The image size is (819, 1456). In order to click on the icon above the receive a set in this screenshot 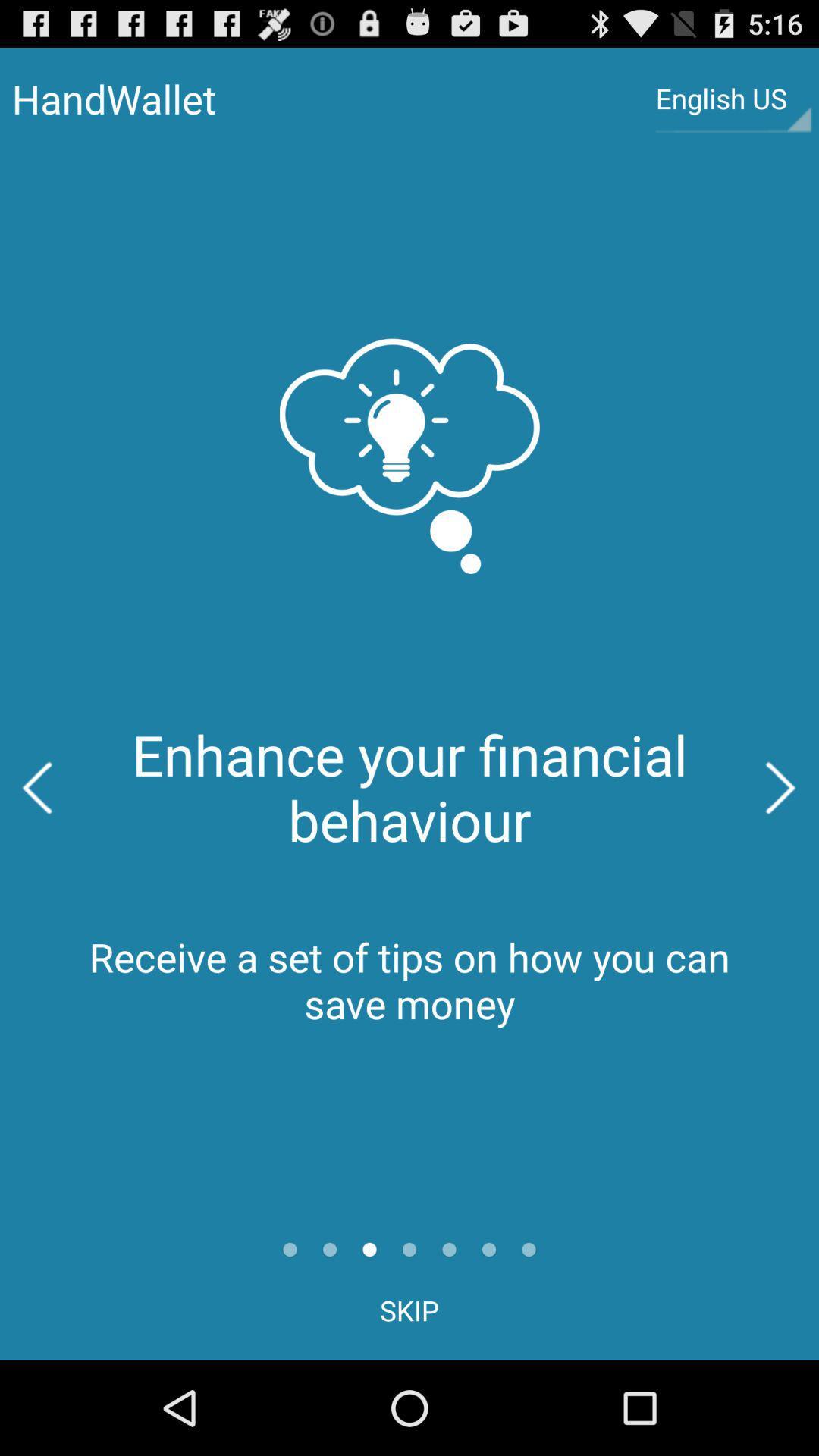, I will do `click(36, 788)`.